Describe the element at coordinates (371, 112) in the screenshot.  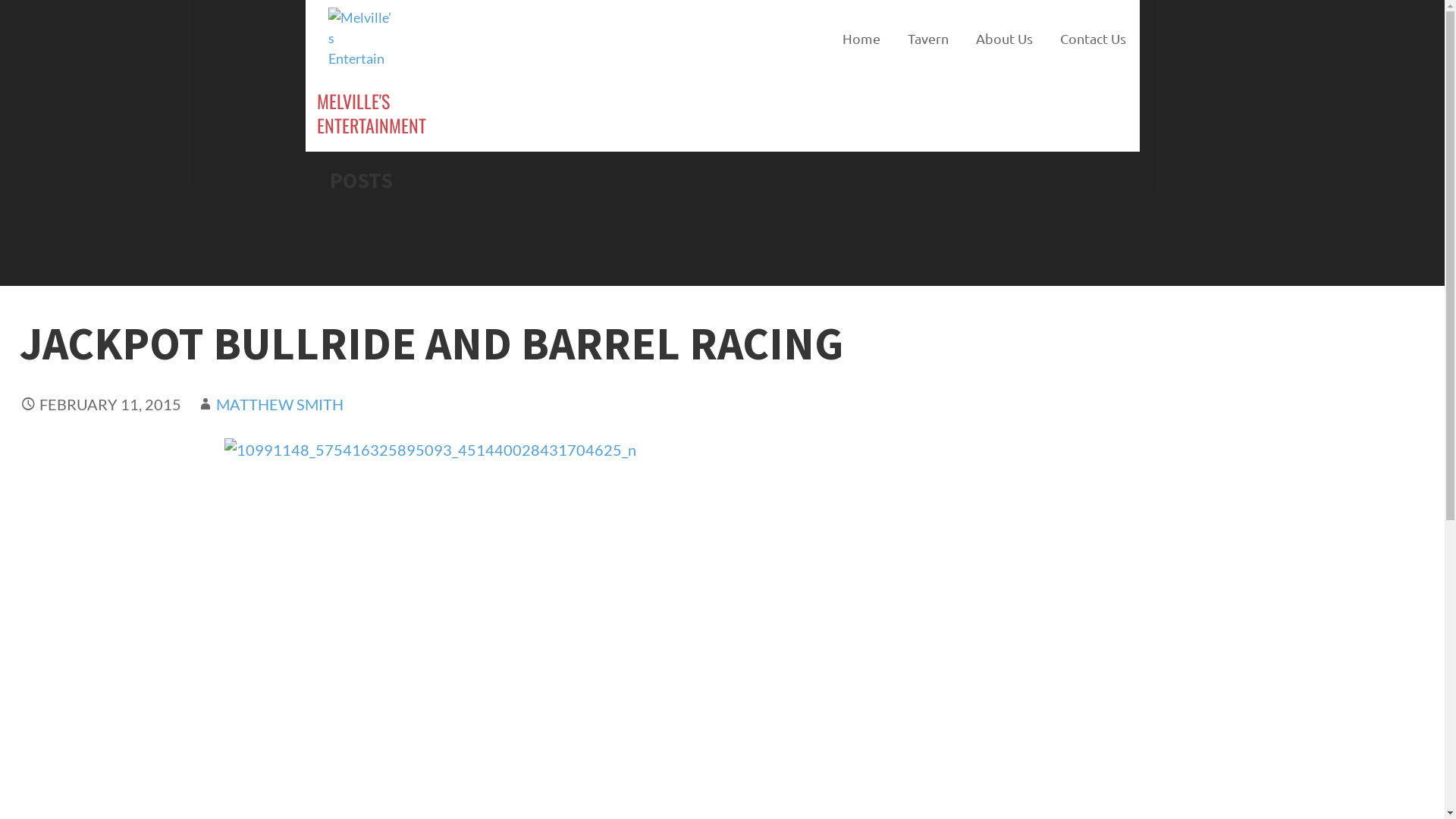
I see `'MELVILLE'S ENTERTAINMENT'` at that location.